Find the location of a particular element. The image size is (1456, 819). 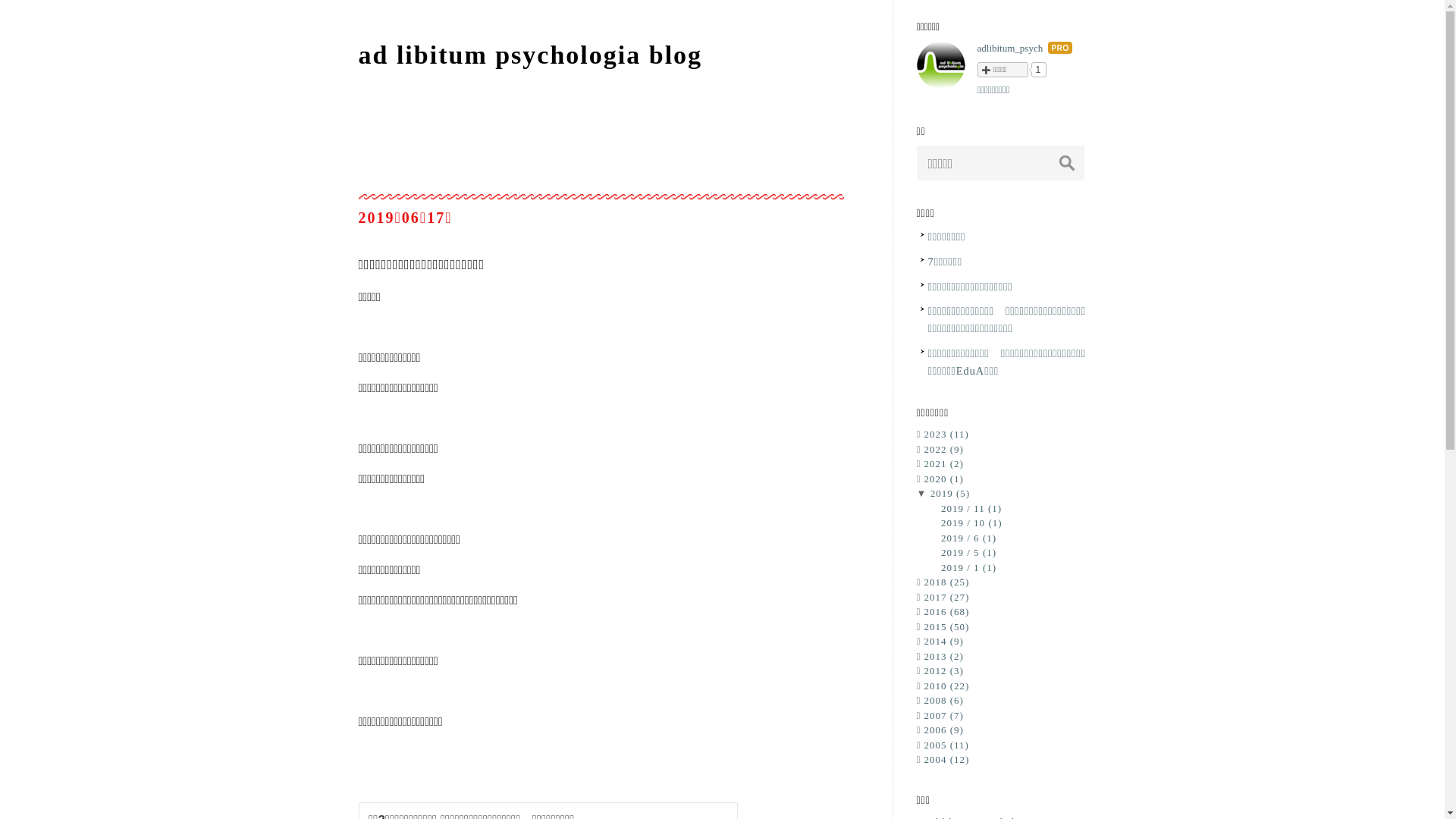

'2008 (6)' is located at coordinates (923, 700).